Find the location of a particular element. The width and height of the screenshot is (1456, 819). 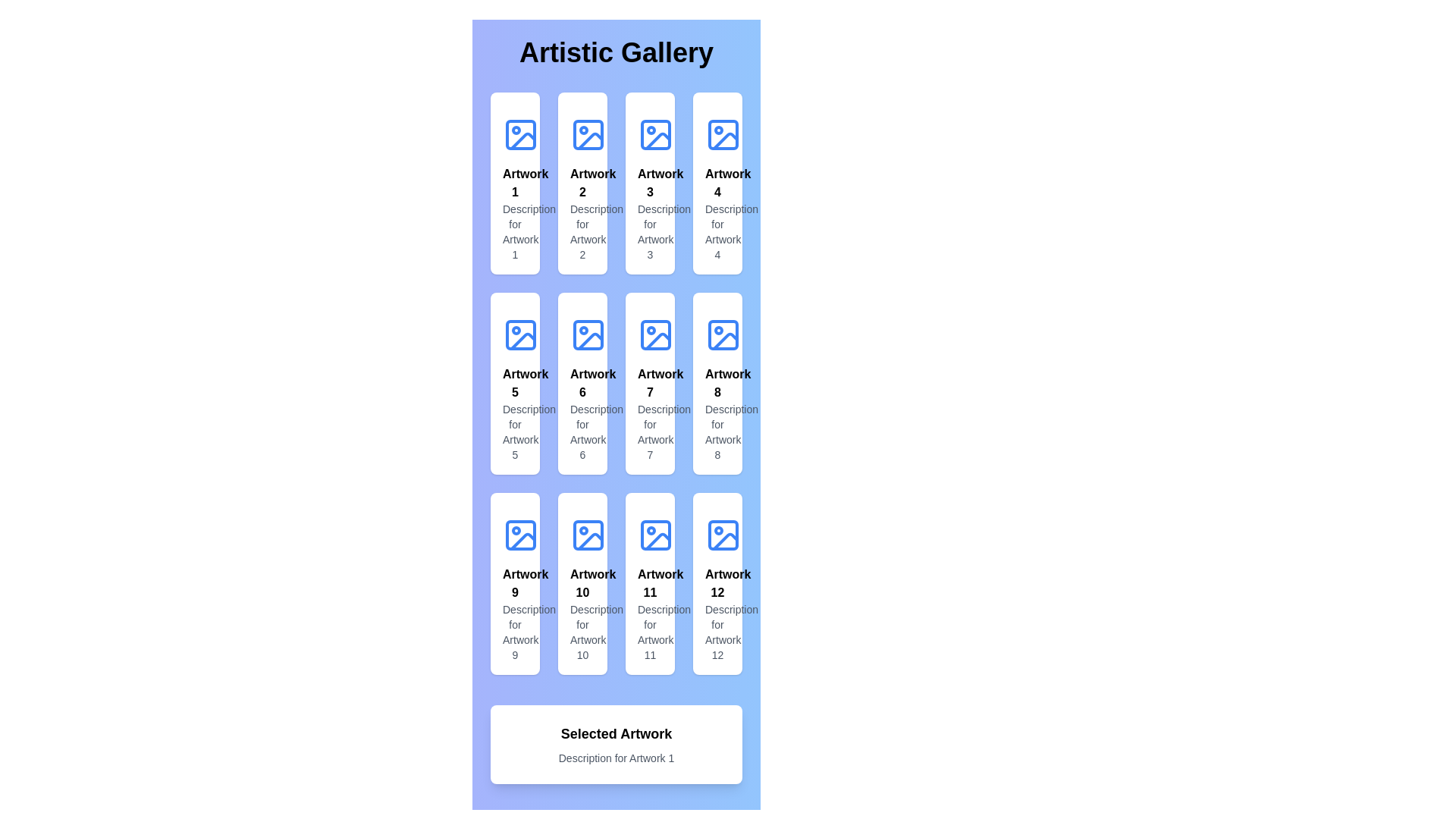

the rectangle graphic element that is part of the image icon for 'Artwork 8', located in the eighth artwork slot of a 3x4 grid layout is located at coordinates (723, 334).